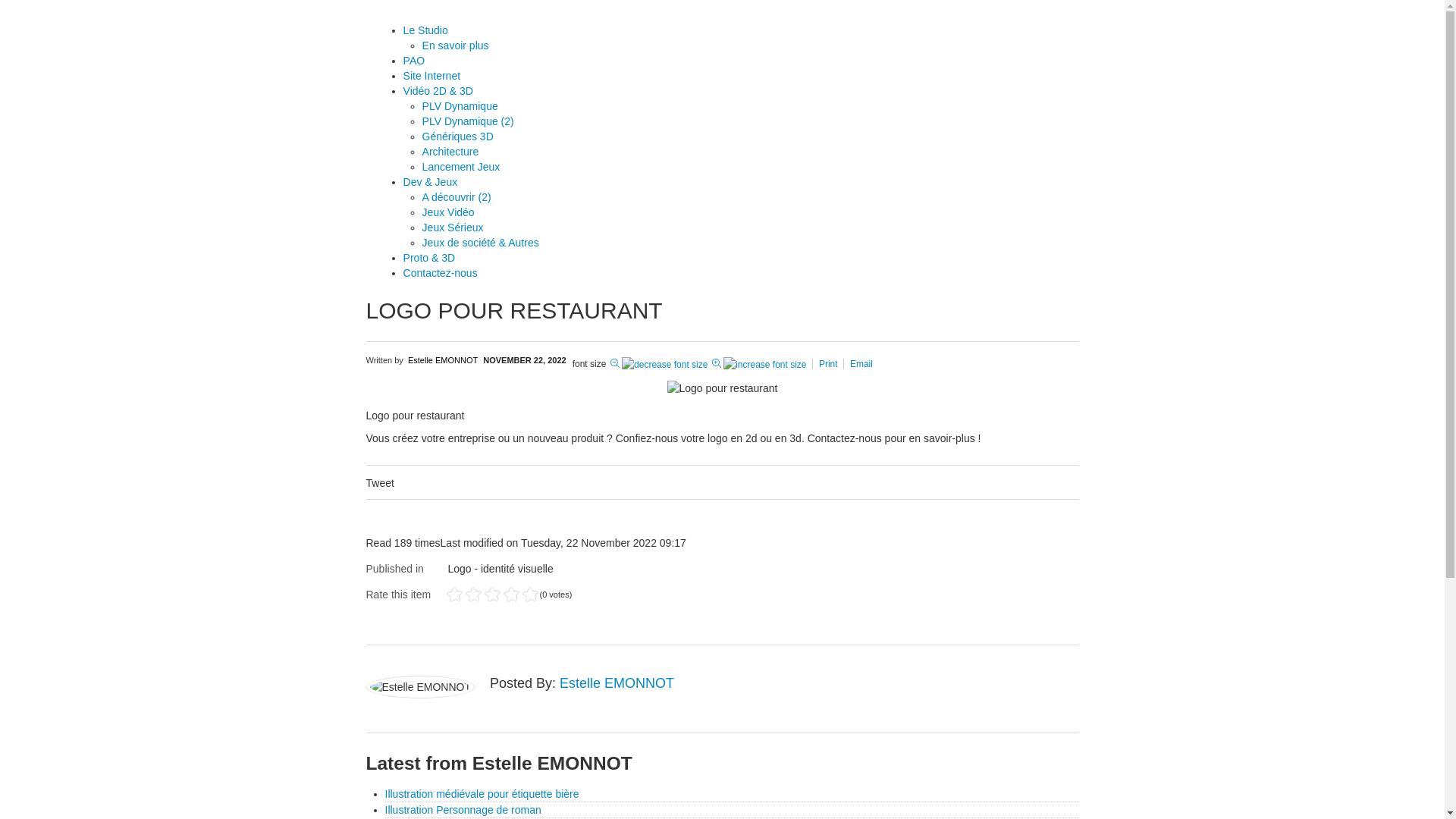  Describe the element at coordinates (453, 594) in the screenshot. I see `'1'` at that location.